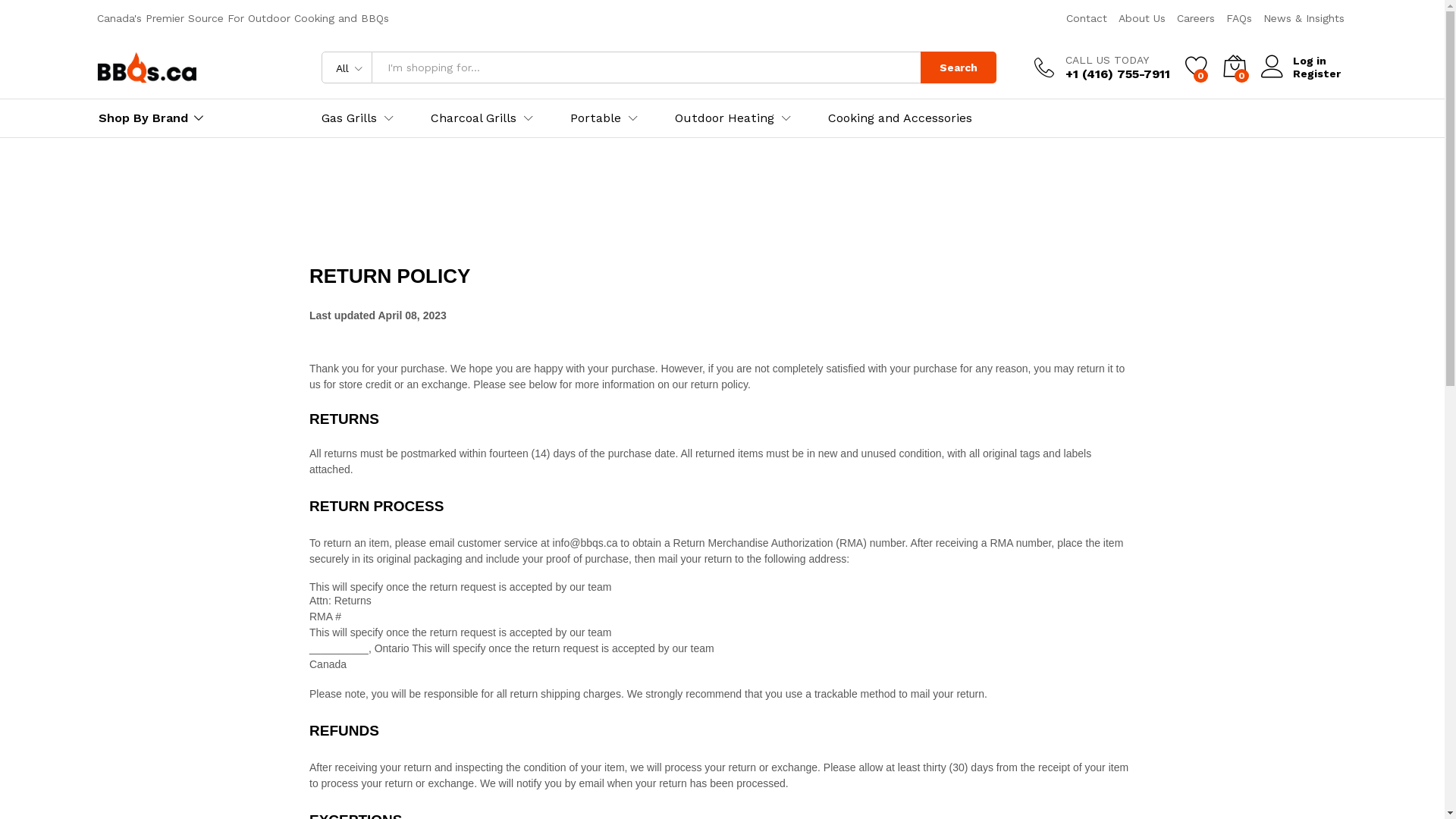 Image resolution: width=1456 pixels, height=819 pixels. I want to click on 'Gas Grills', so click(348, 117).